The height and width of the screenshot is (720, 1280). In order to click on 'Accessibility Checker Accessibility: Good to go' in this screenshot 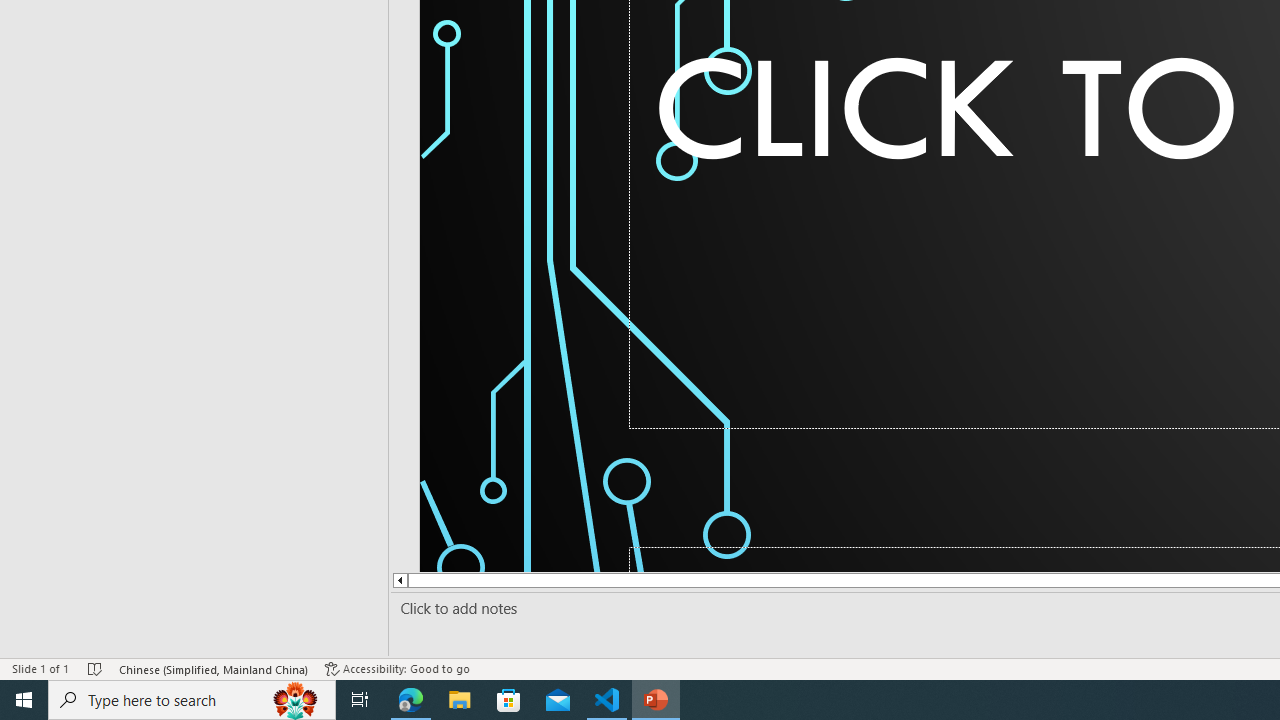, I will do `click(397, 669)`.